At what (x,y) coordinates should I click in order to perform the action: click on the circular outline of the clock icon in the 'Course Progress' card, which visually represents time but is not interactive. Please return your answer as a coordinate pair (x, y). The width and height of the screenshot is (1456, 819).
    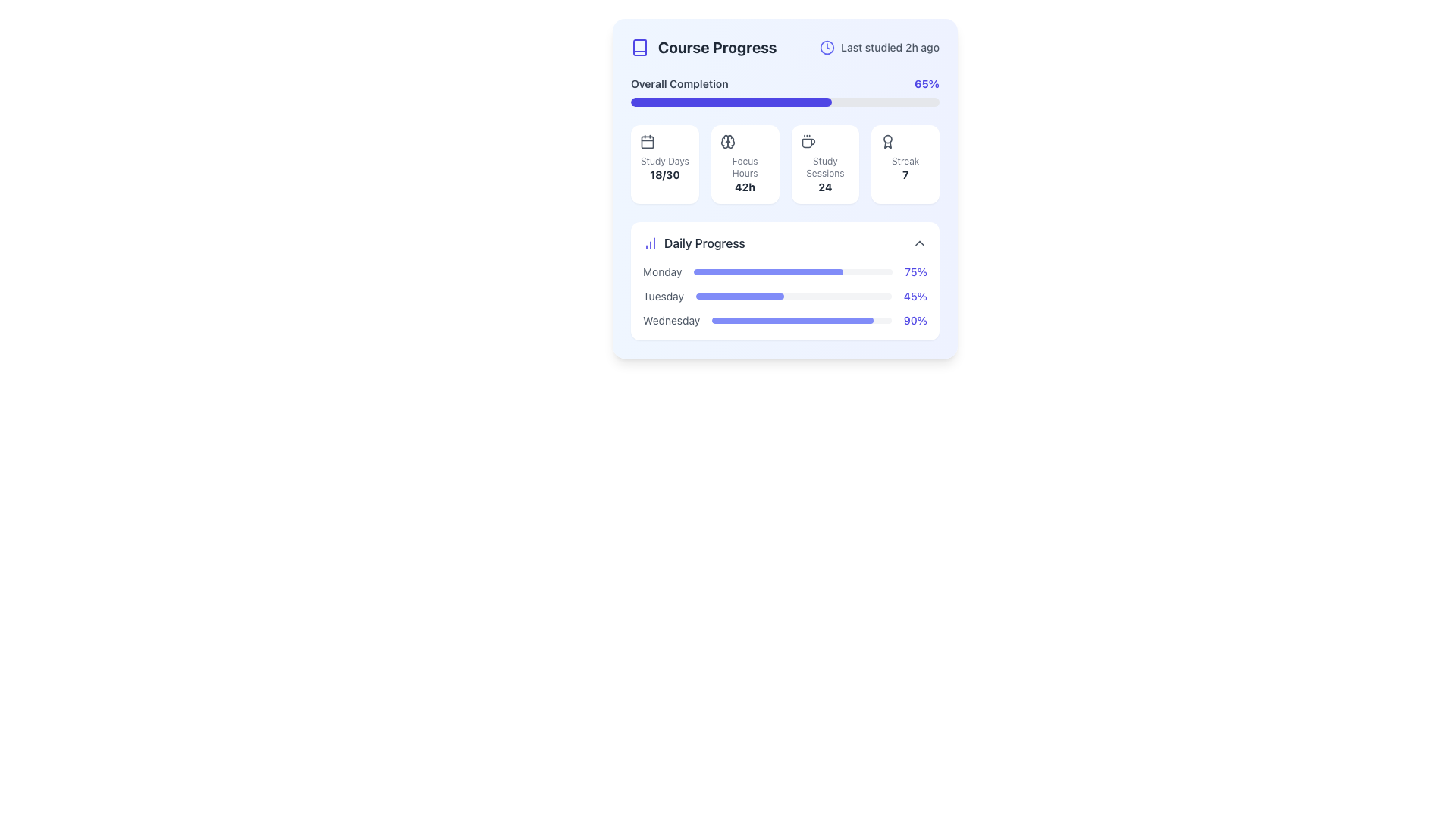
    Looking at the image, I should click on (826, 46).